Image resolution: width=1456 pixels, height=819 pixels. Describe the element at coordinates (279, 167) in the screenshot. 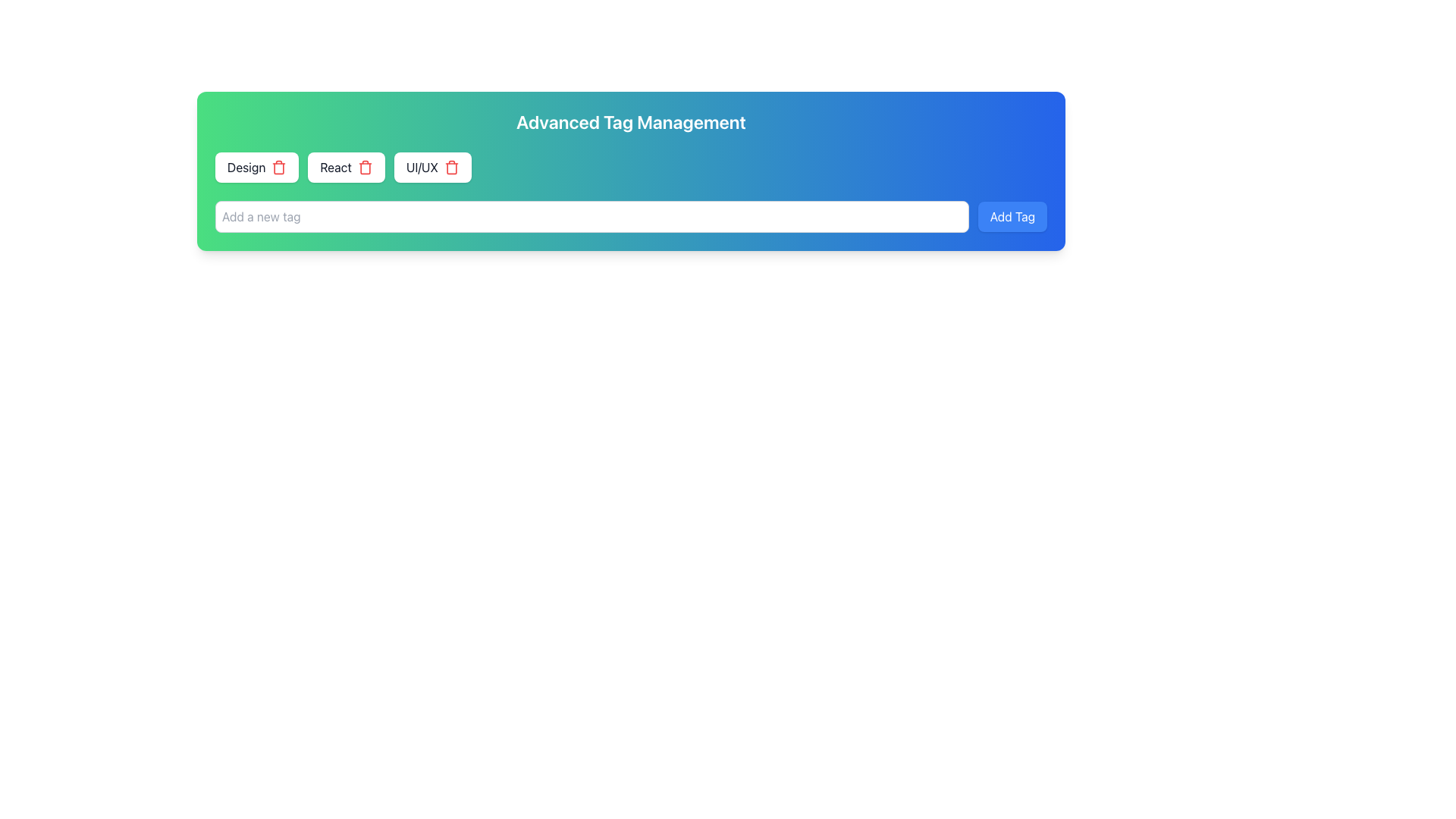

I see `the trash can icon button, styled in red, located to the right of the 'Design' label` at that location.